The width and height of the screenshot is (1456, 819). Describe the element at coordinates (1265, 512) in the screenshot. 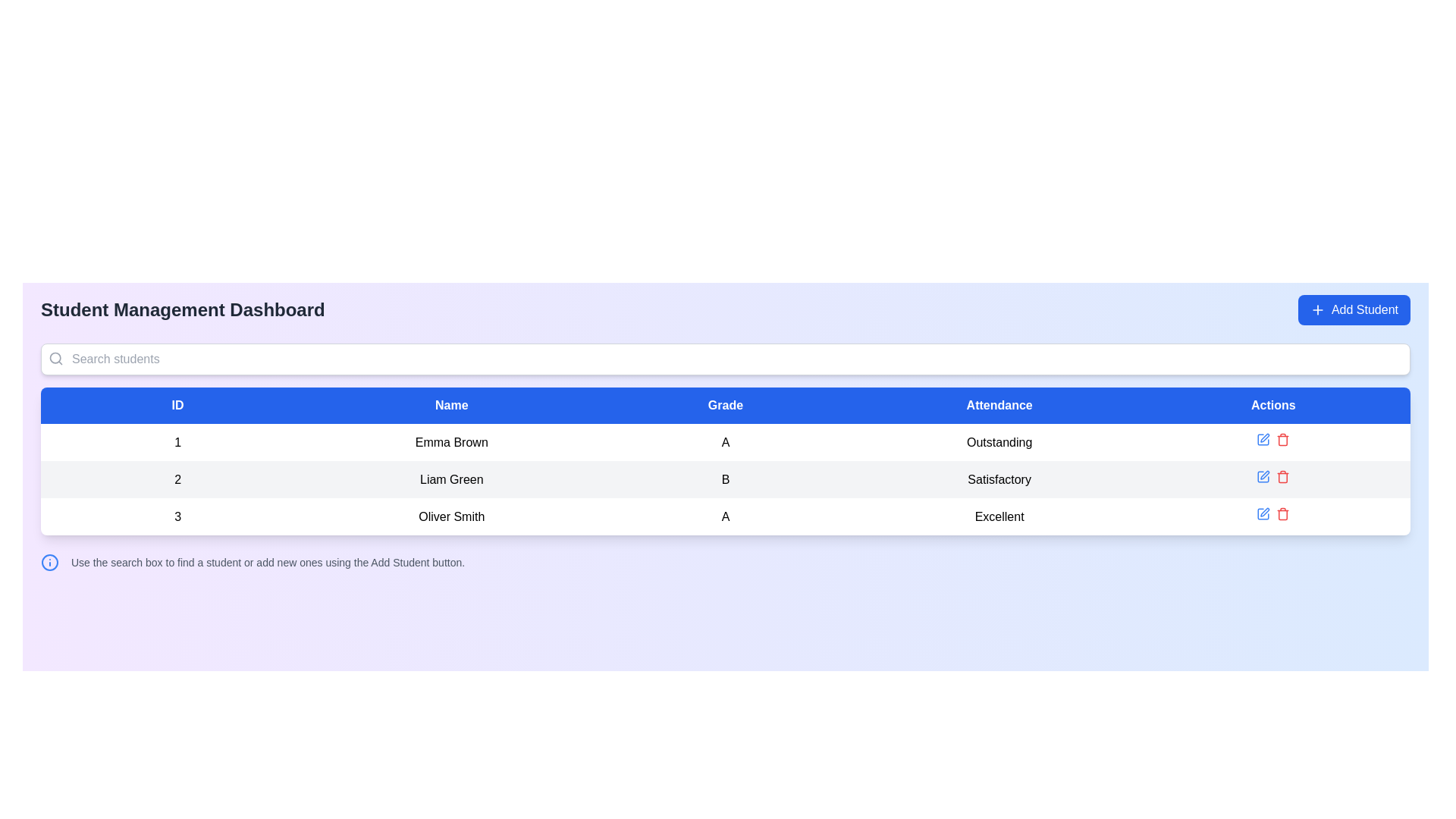

I see `the edit icon button in the Actions column of the third row` at that location.